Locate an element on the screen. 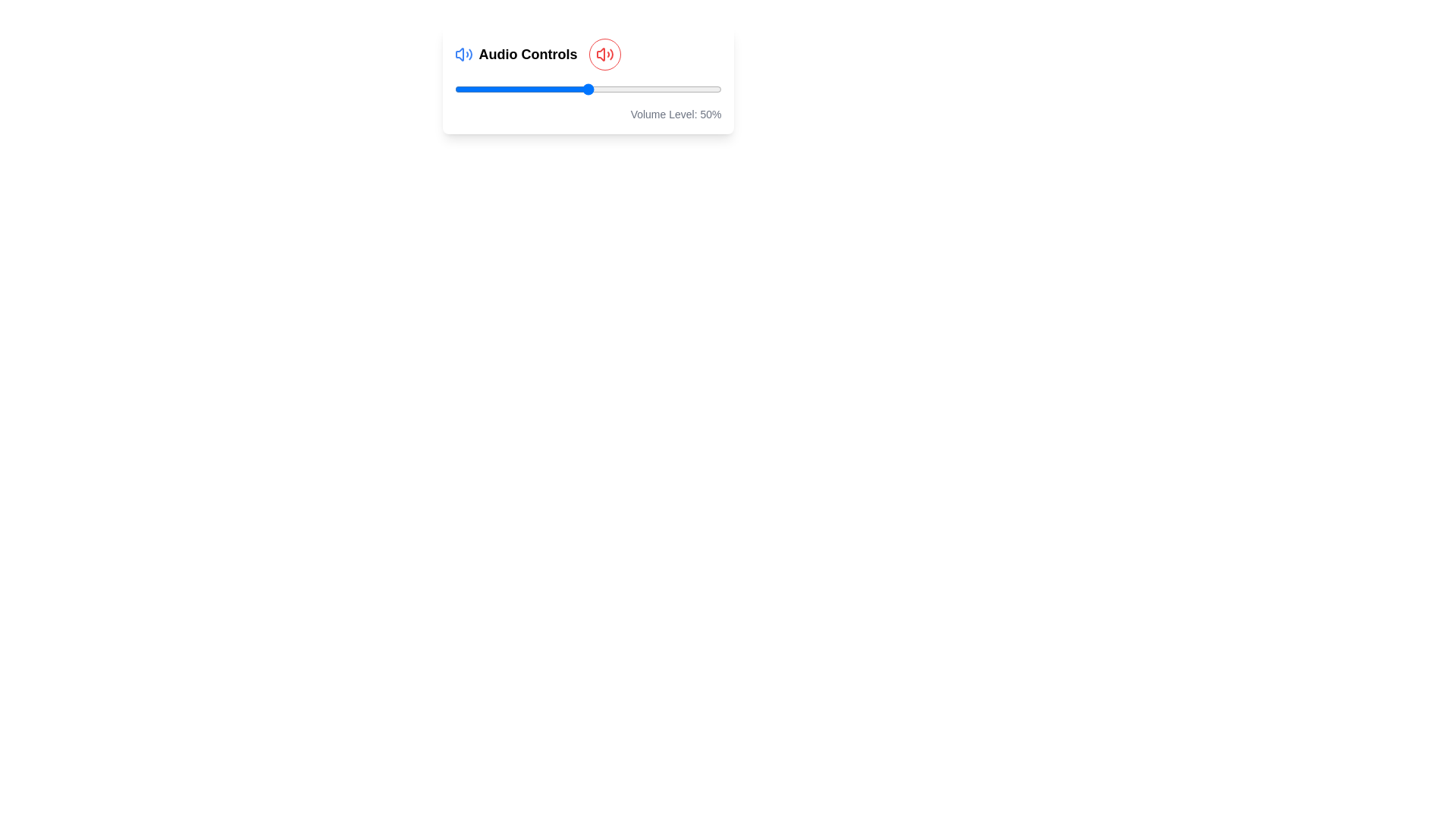 This screenshot has width=1456, height=819. the volume slider to 12% by dragging the slider to the corresponding position is located at coordinates (486, 89).